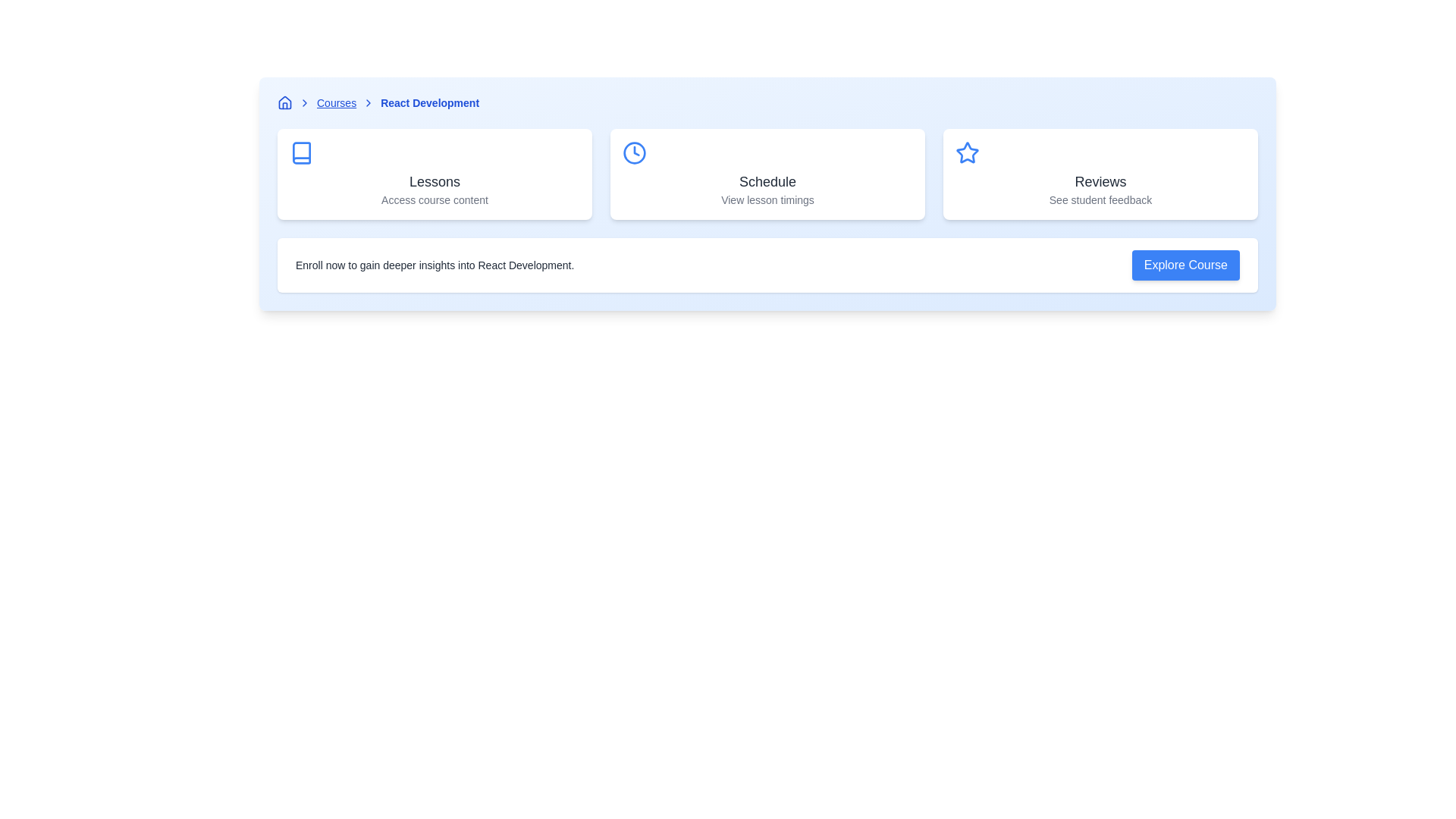 The width and height of the screenshot is (1456, 819). Describe the element at coordinates (336, 102) in the screenshot. I see `the 'Courses' hyperlink in the breadcrumb navigation` at that location.